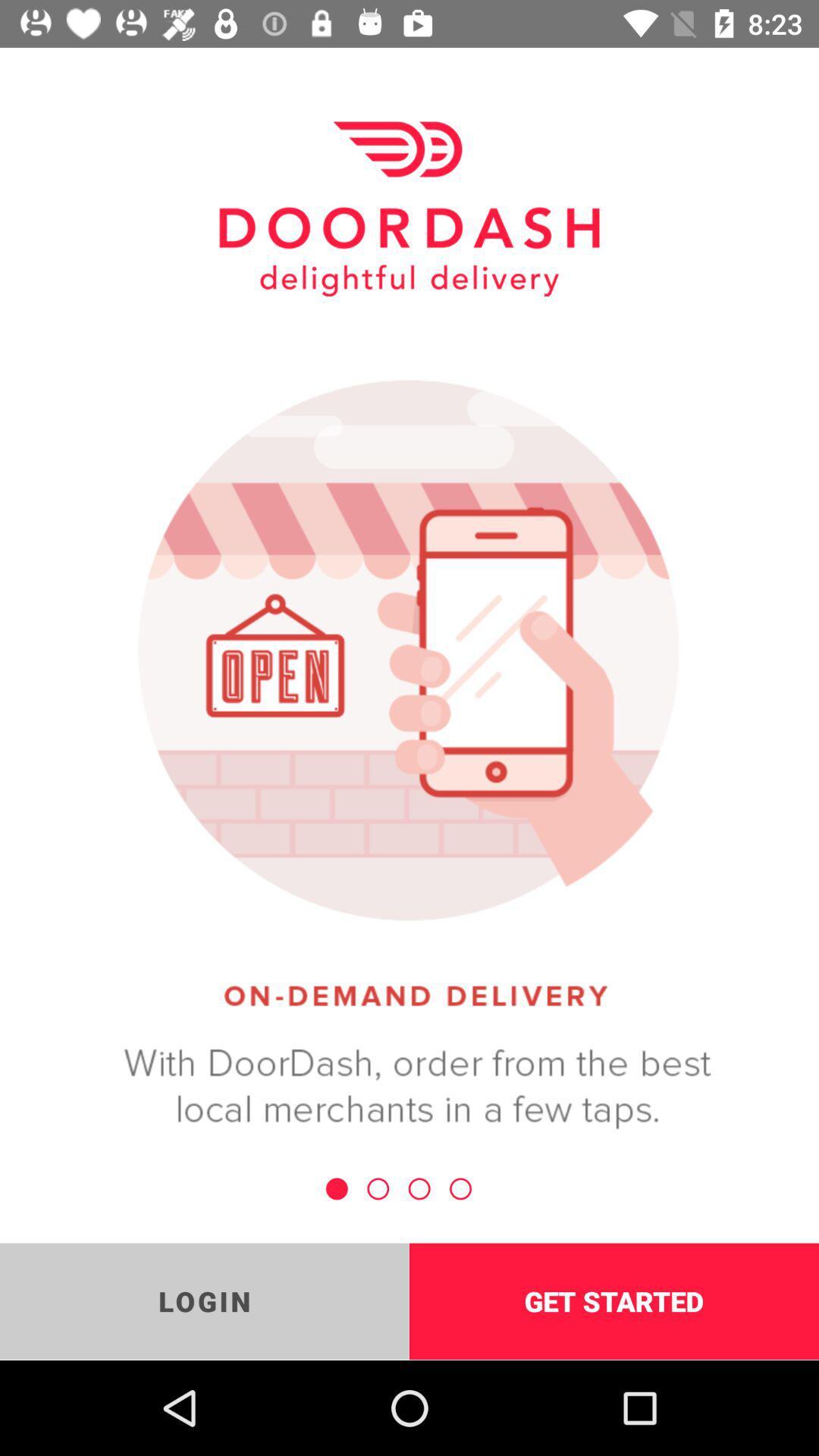  What do you see at coordinates (614, 1301) in the screenshot?
I see `get started item` at bounding box center [614, 1301].